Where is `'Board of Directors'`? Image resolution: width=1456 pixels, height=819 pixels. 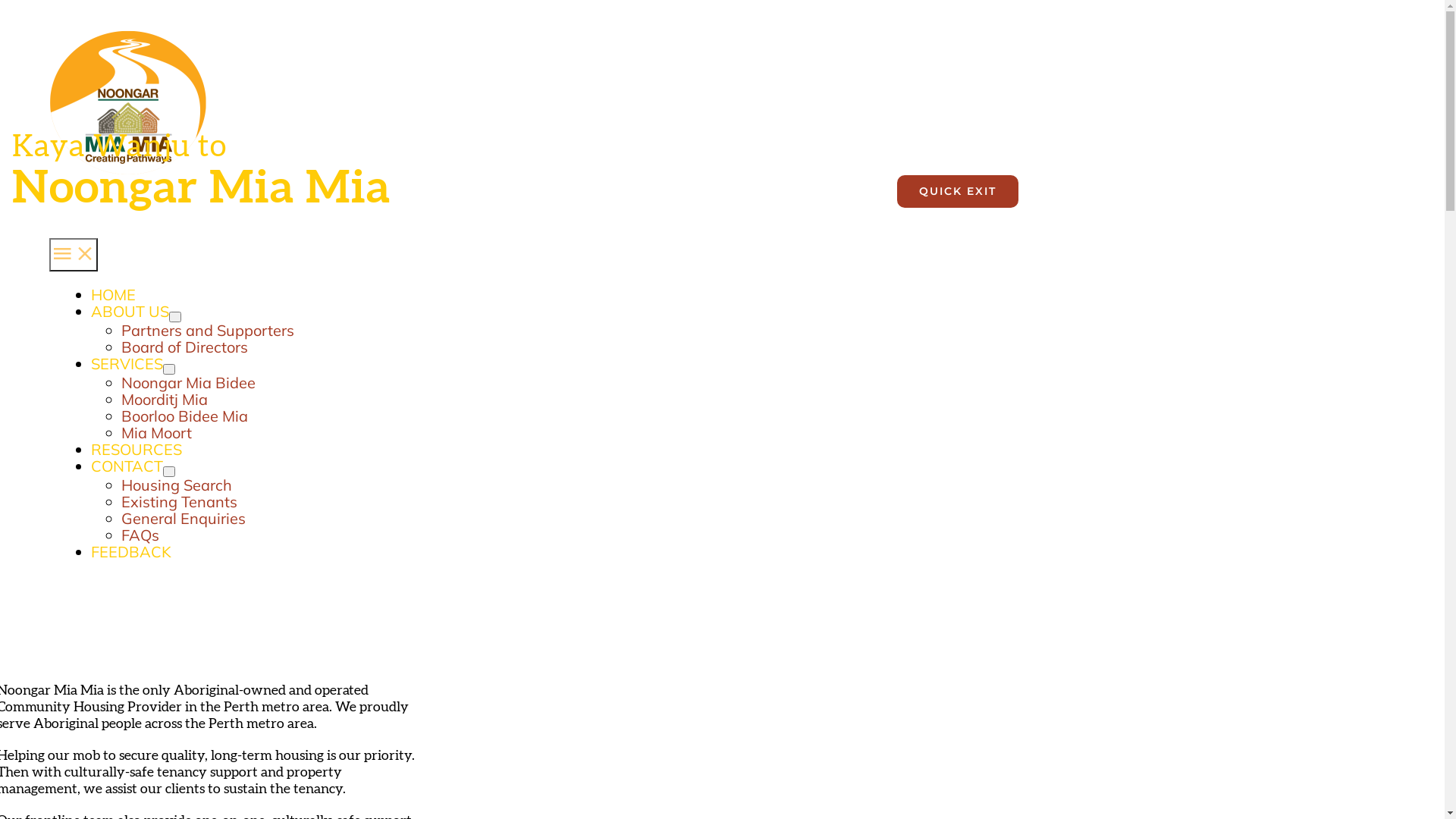
'Board of Directors' is located at coordinates (120, 347).